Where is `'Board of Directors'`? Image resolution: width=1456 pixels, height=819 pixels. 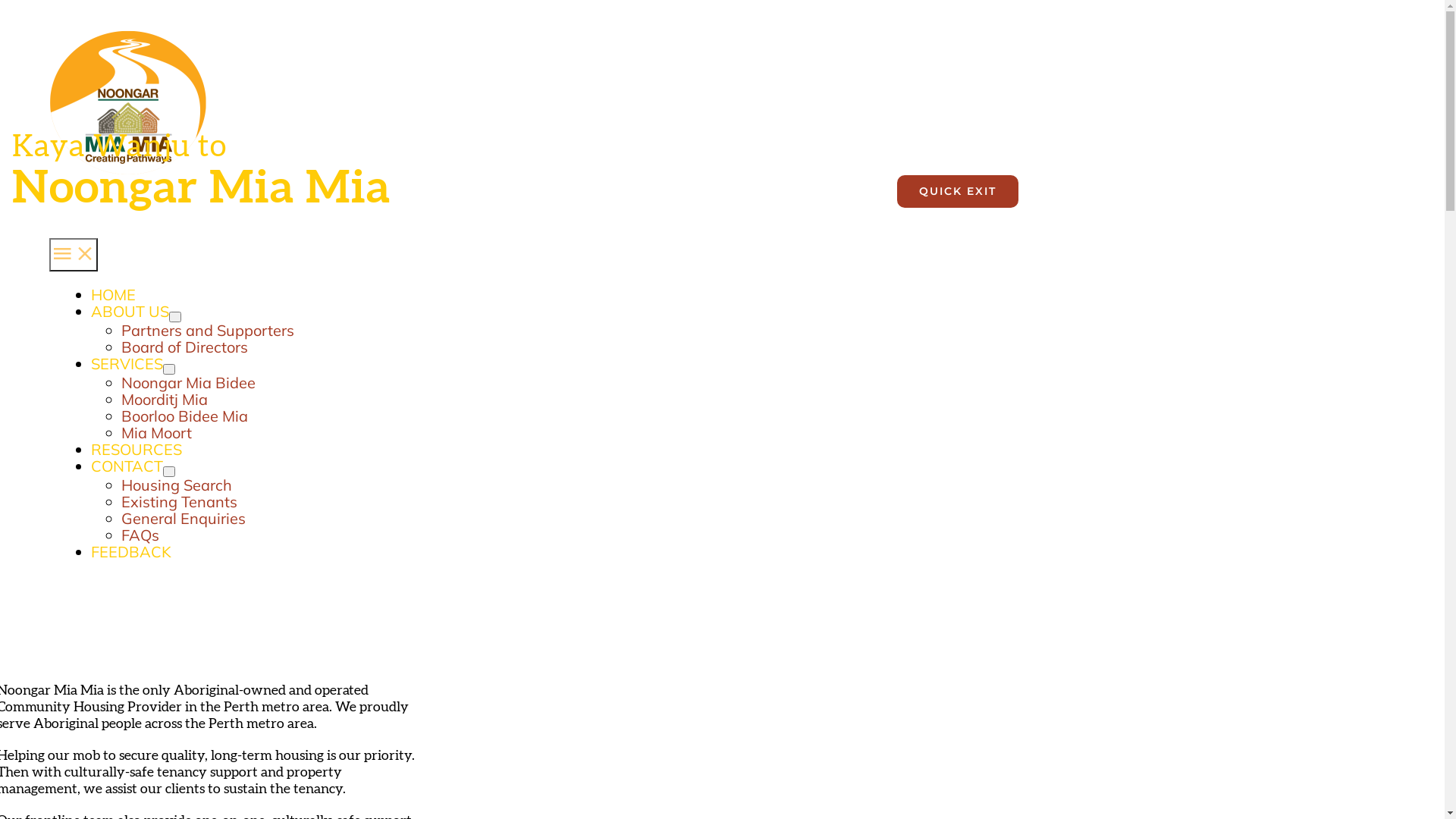
'Board of Directors' is located at coordinates (120, 347).